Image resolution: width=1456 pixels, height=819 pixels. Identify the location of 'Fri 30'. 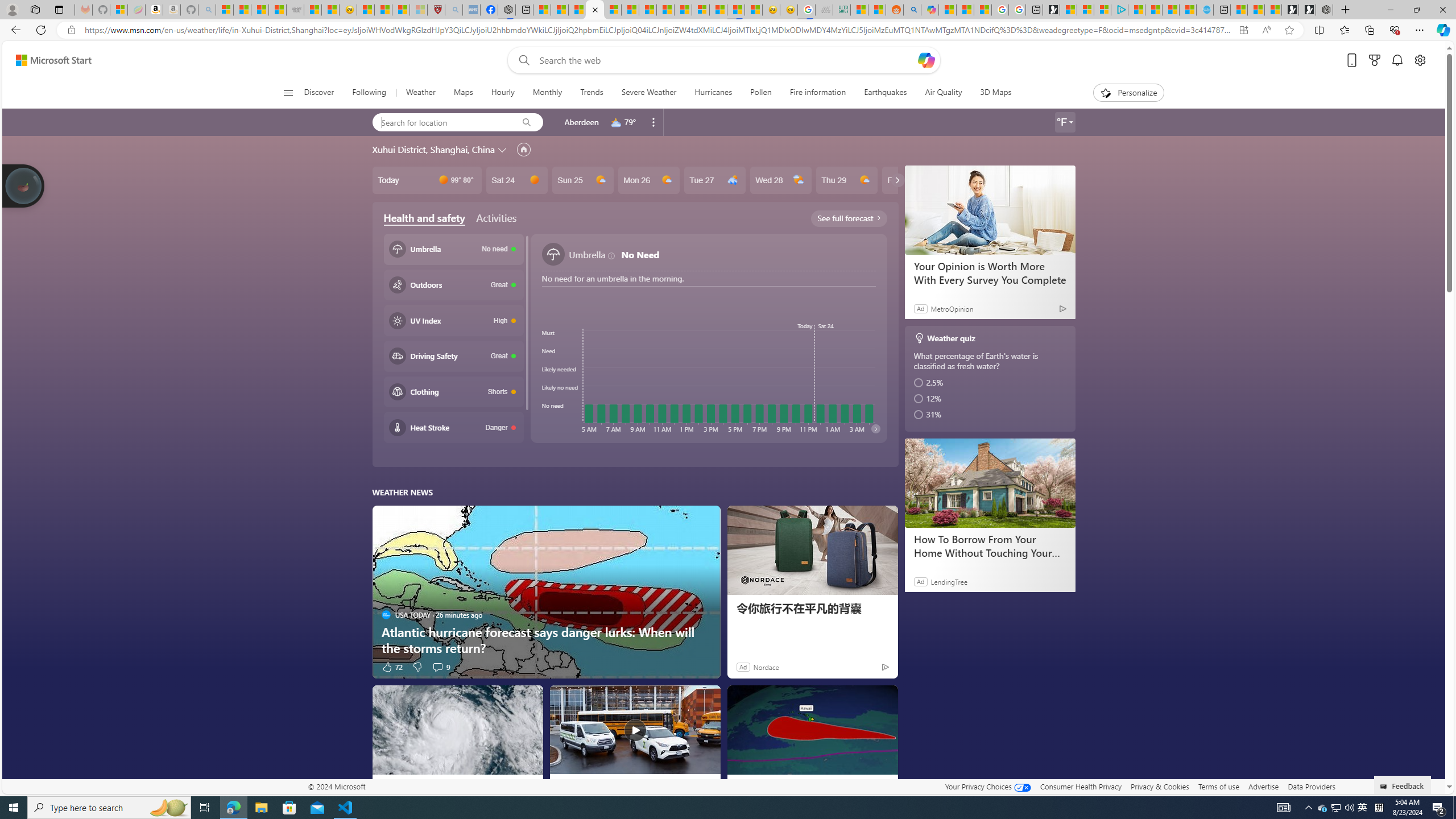
(911, 179).